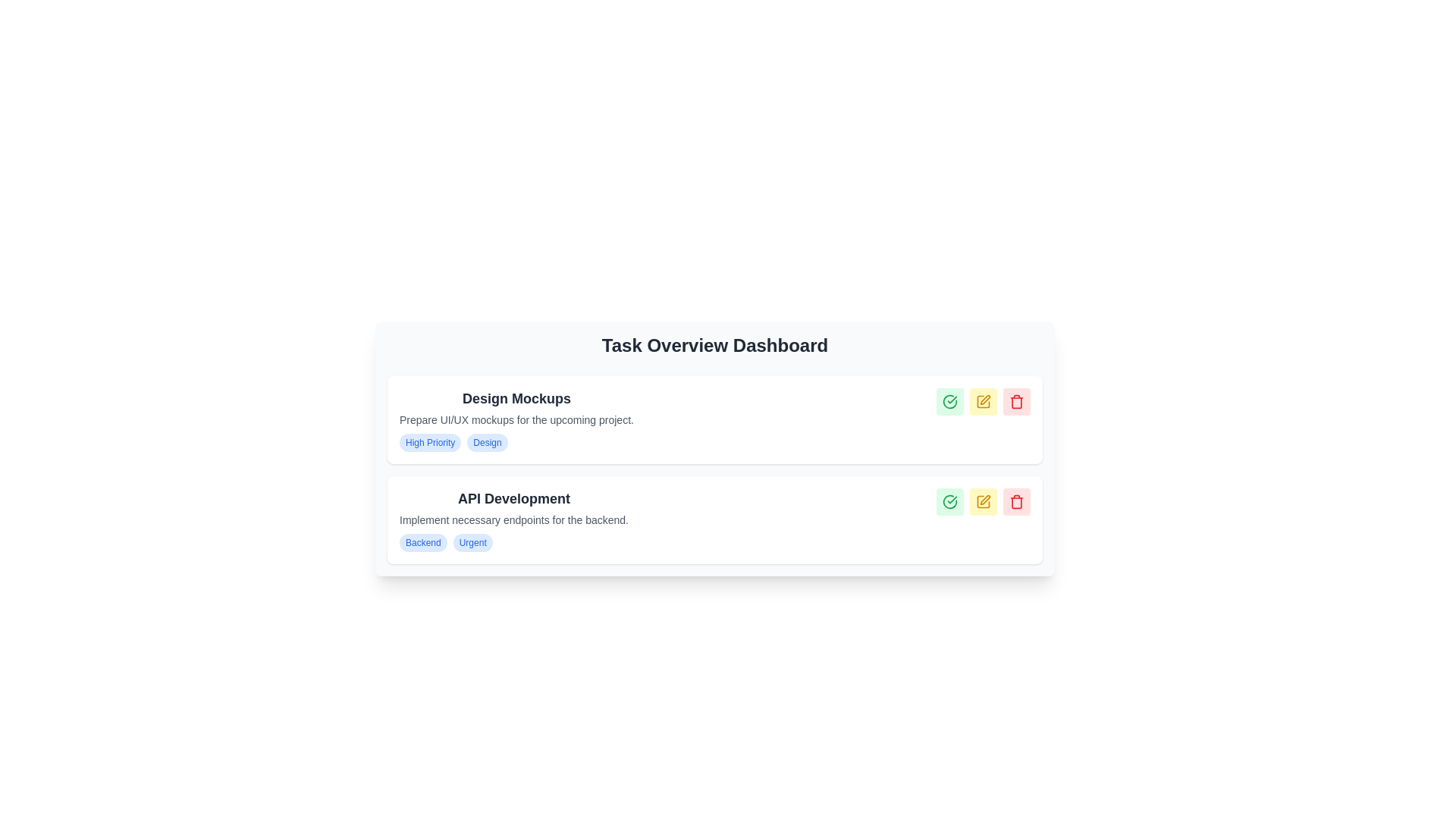 The image size is (1456, 819). Describe the element at coordinates (714, 519) in the screenshot. I see `task details from the second task card in the task list, located below 'Design Mockups'` at that location.